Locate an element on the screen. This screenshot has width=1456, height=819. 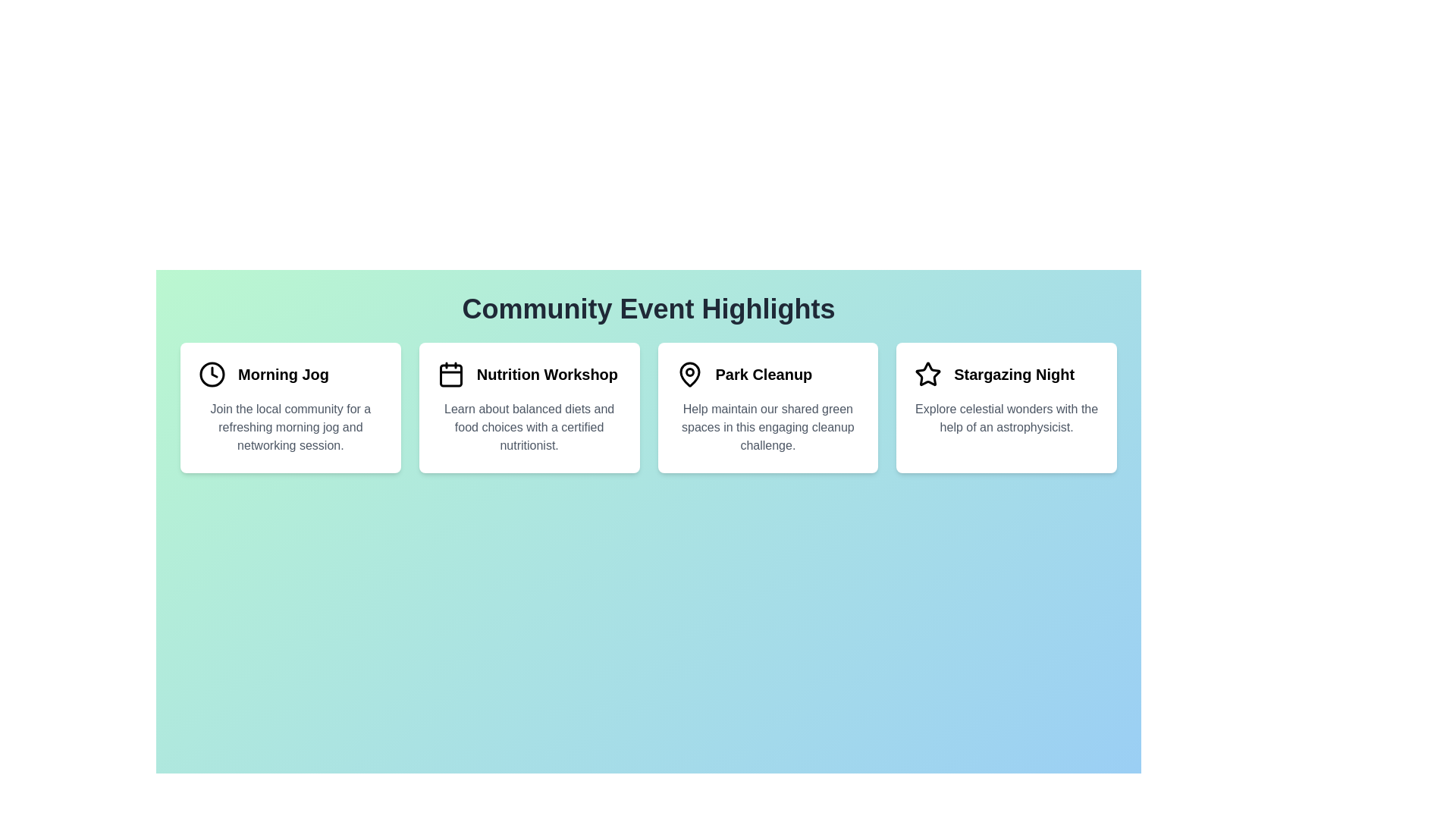
the text block that reads 'Help maintain our shared green spaces in this engaging cleanup challenge.' which is styled in a smaller gray font and located beneath the title 'Park Cleanup' in the center of the third card layout is located at coordinates (767, 427).